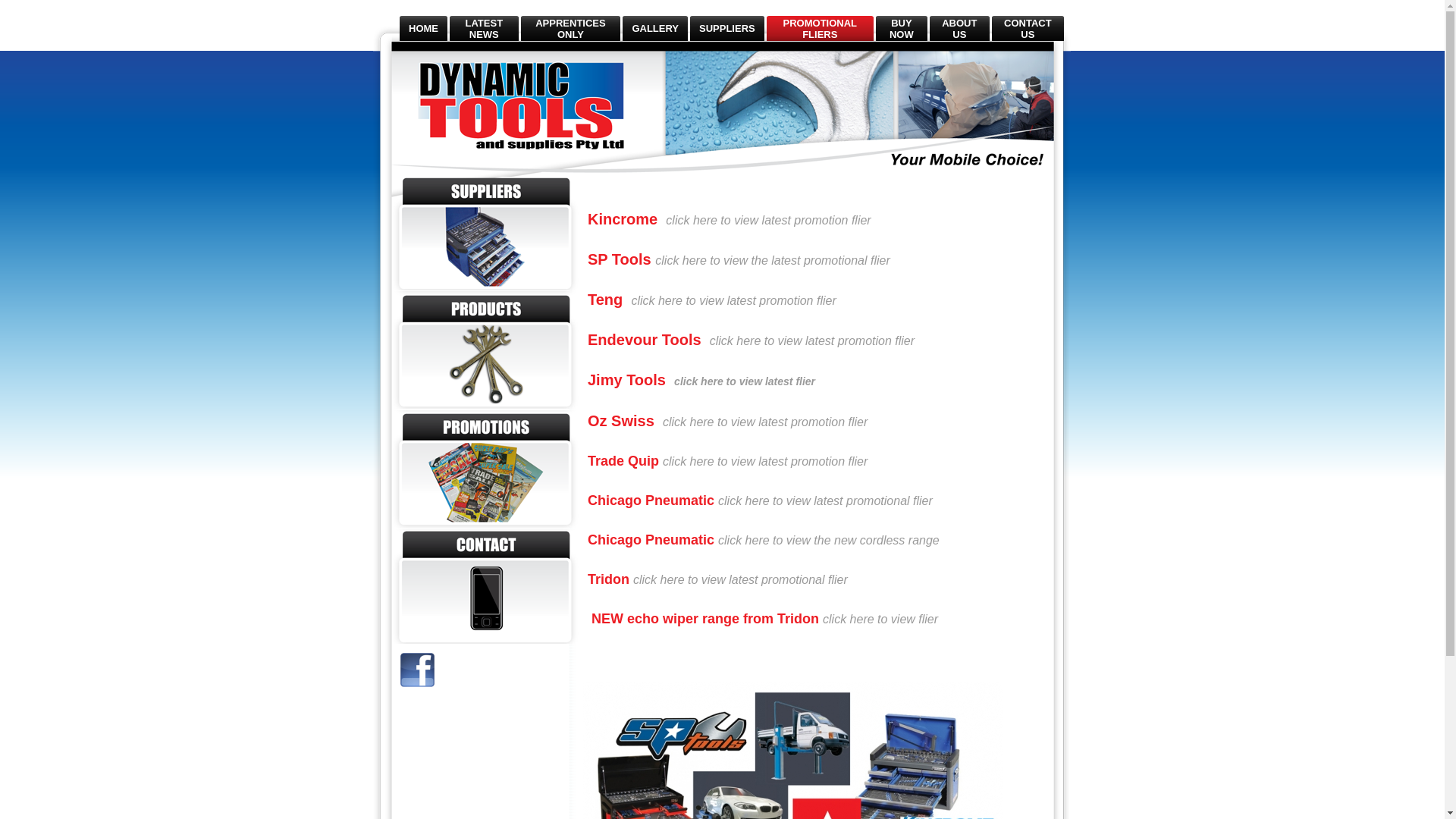 This screenshot has width=1456, height=819. I want to click on 'click here to view latest flier', so click(673, 381).